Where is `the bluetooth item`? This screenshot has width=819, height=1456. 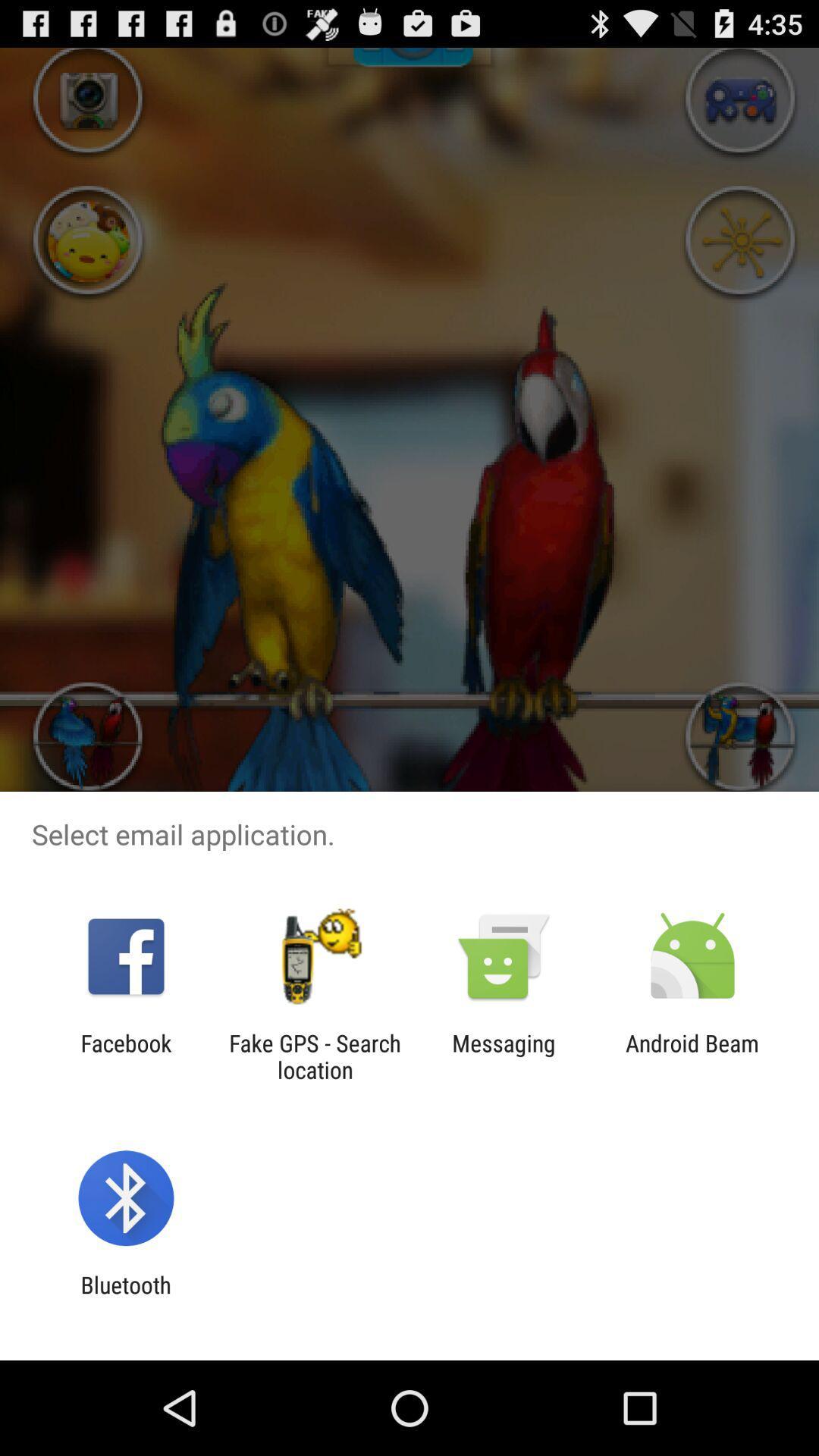 the bluetooth item is located at coordinates (125, 1298).